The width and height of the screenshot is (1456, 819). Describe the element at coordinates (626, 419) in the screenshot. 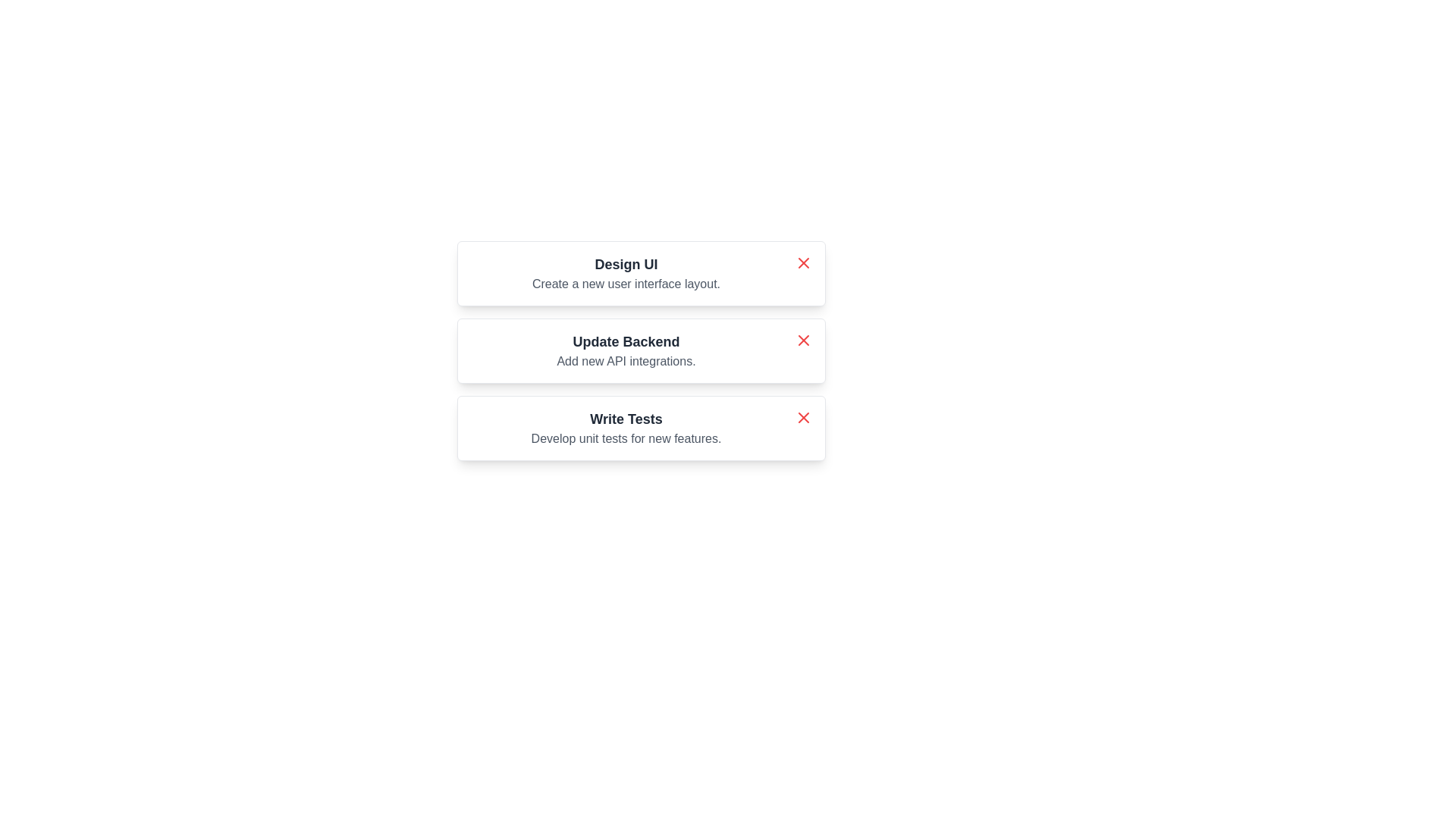

I see `the Text Label that serves as the title for the section describing a task related to writing tests, which is the heading of the third section from the top in a vertically aligned list of cards` at that location.